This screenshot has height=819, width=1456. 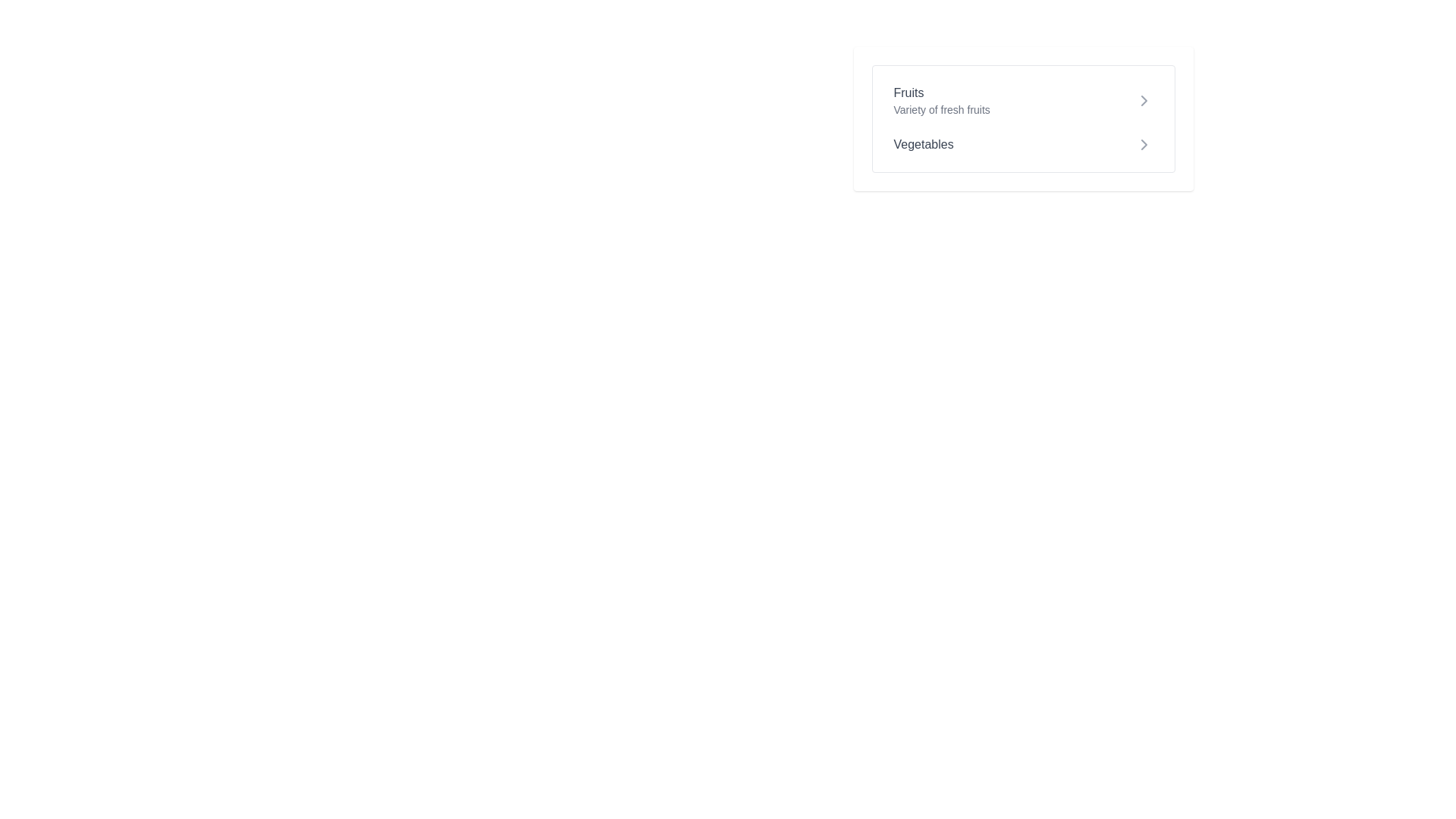 I want to click on the first selectable list item labeled 'Fruits' with a bold title and a subtitle, so click(x=1023, y=100).